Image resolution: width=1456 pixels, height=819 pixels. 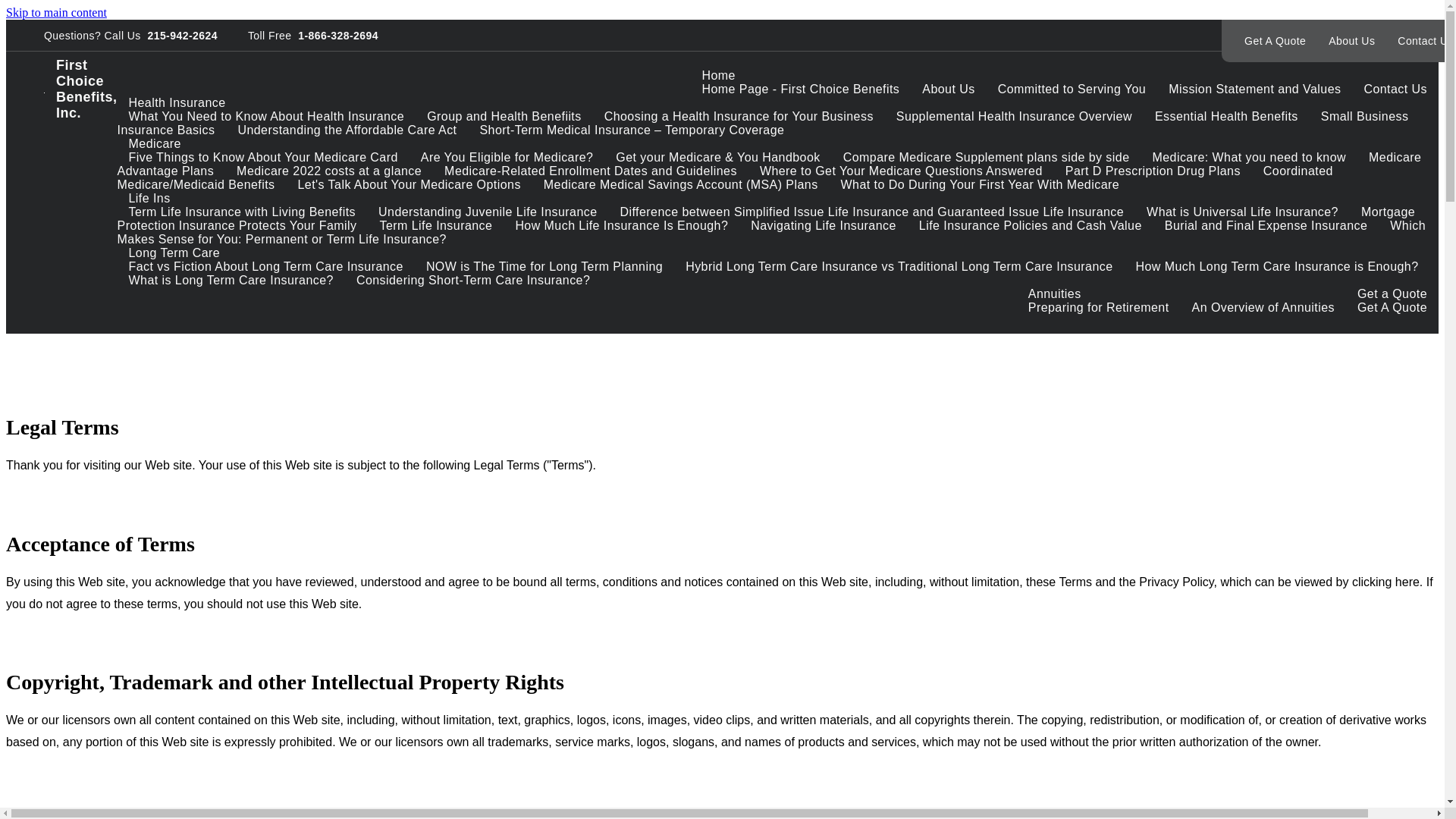 What do you see at coordinates (1153, 171) in the screenshot?
I see `'Part D Prescription Drug Plans'` at bounding box center [1153, 171].